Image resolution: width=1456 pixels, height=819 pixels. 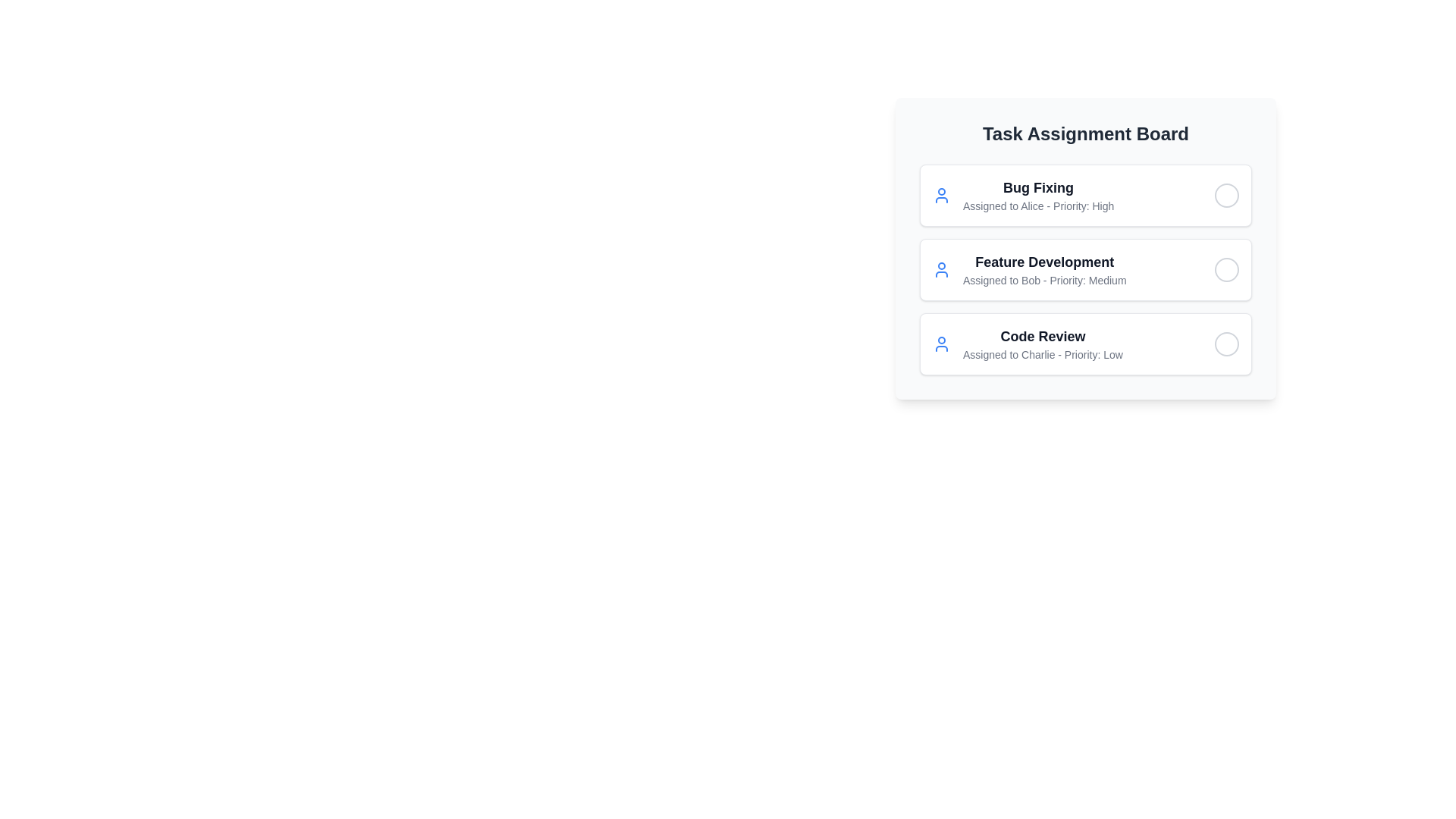 I want to click on the user icon representing the assignee related to the task 'Feature Development' located to the left of the text 'Feature DevelopmentAssigned to Bob - Priority: Medium', so click(x=941, y=268).